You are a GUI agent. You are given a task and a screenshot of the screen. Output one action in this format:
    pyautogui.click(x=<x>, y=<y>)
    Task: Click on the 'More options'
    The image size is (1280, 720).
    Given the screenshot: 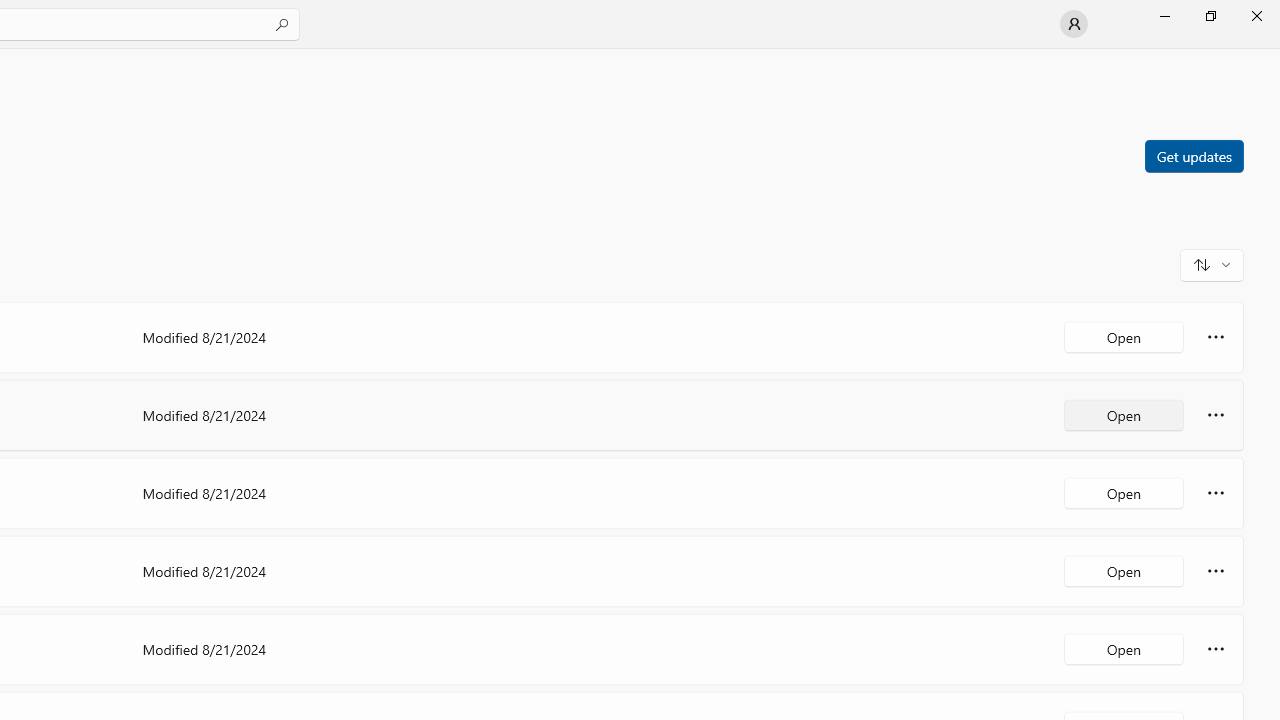 What is the action you would take?
    pyautogui.click(x=1215, y=649)
    